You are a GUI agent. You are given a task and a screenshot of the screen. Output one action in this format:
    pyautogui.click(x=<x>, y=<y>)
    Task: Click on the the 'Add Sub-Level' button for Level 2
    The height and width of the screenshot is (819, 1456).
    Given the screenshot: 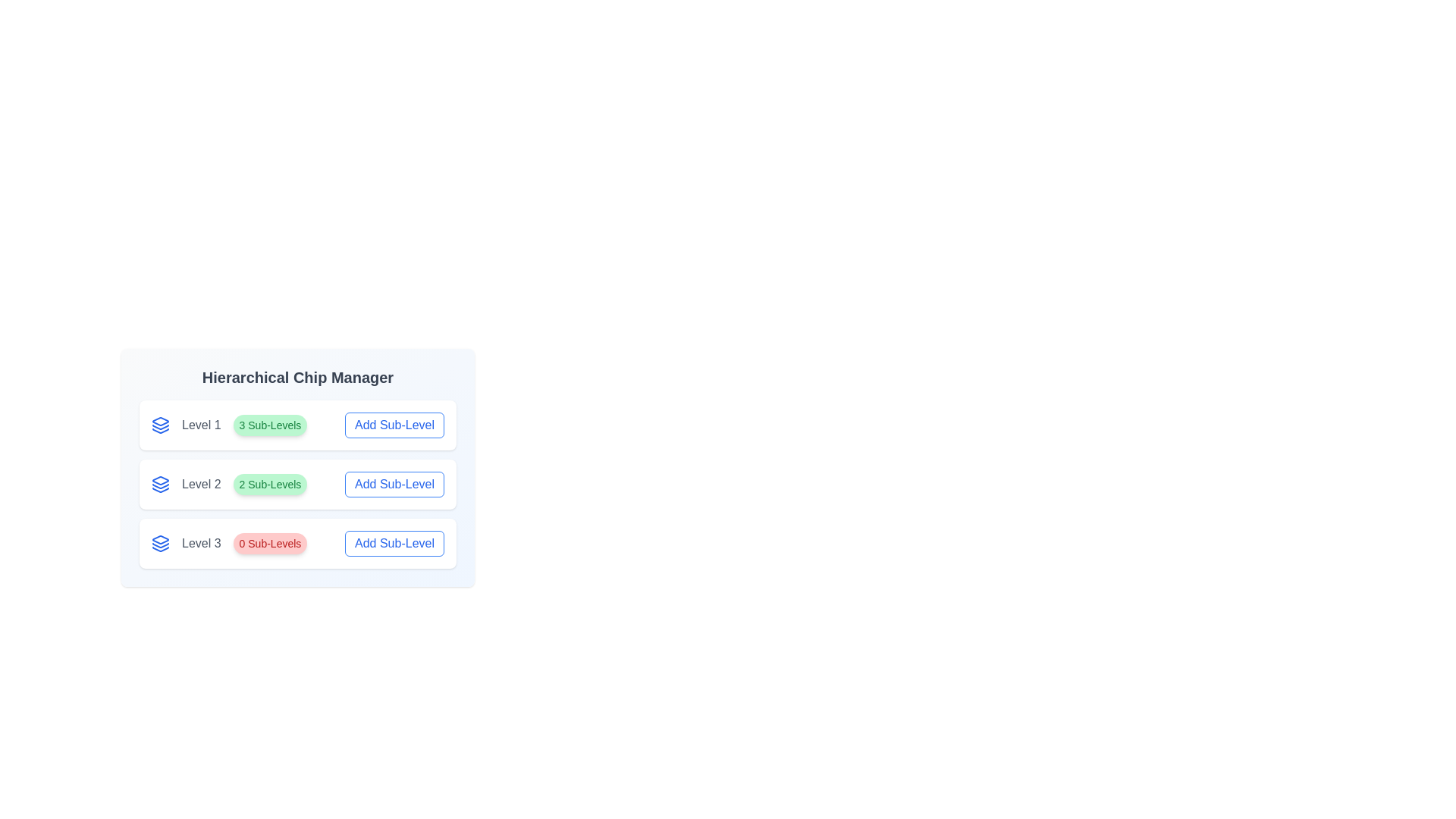 What is the action you would take?
    pyautogui.click(x=394, y=485)
    